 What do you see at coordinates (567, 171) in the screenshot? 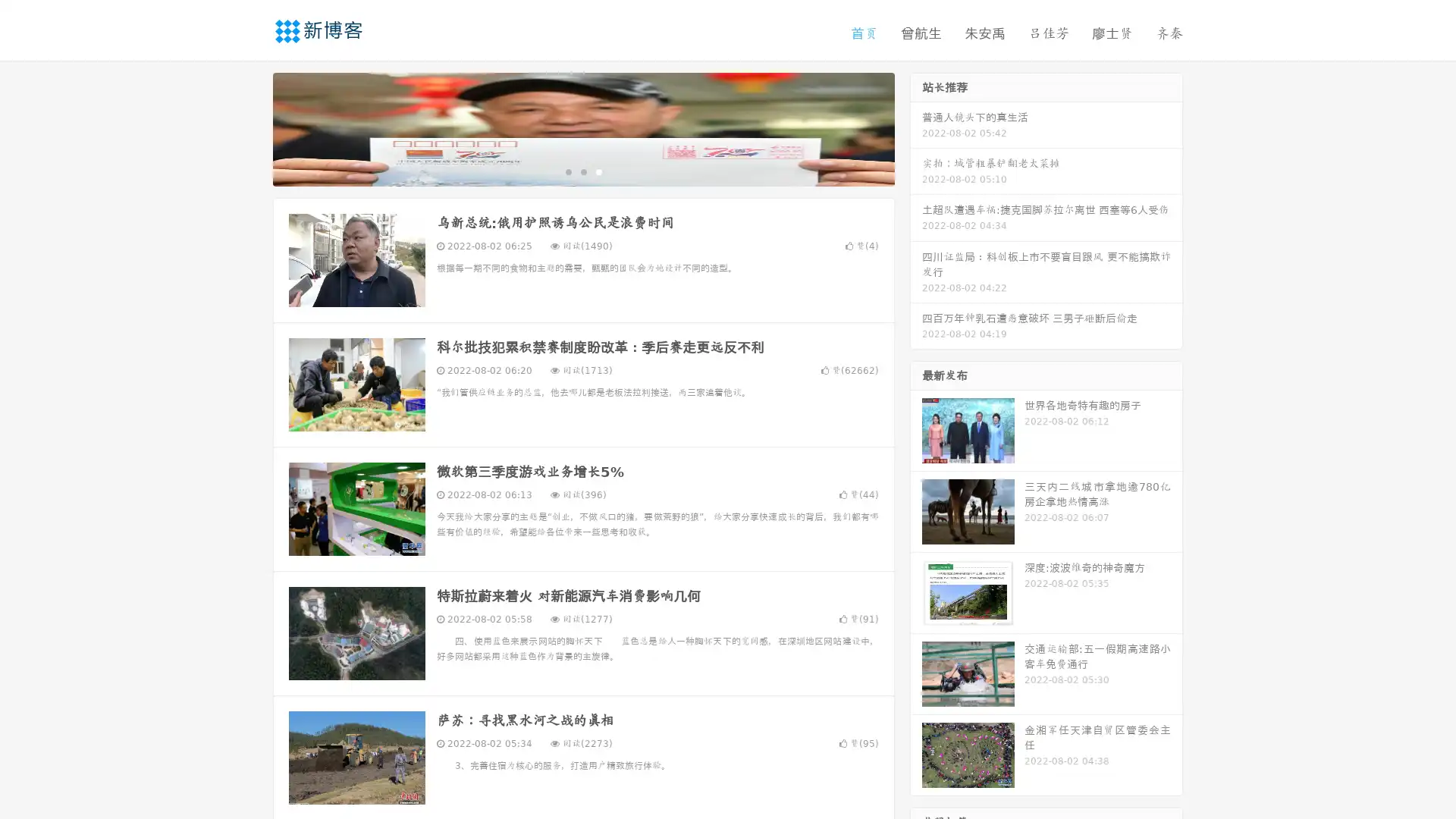
I see `Go to slide 1` at bounding box center [567, 171].